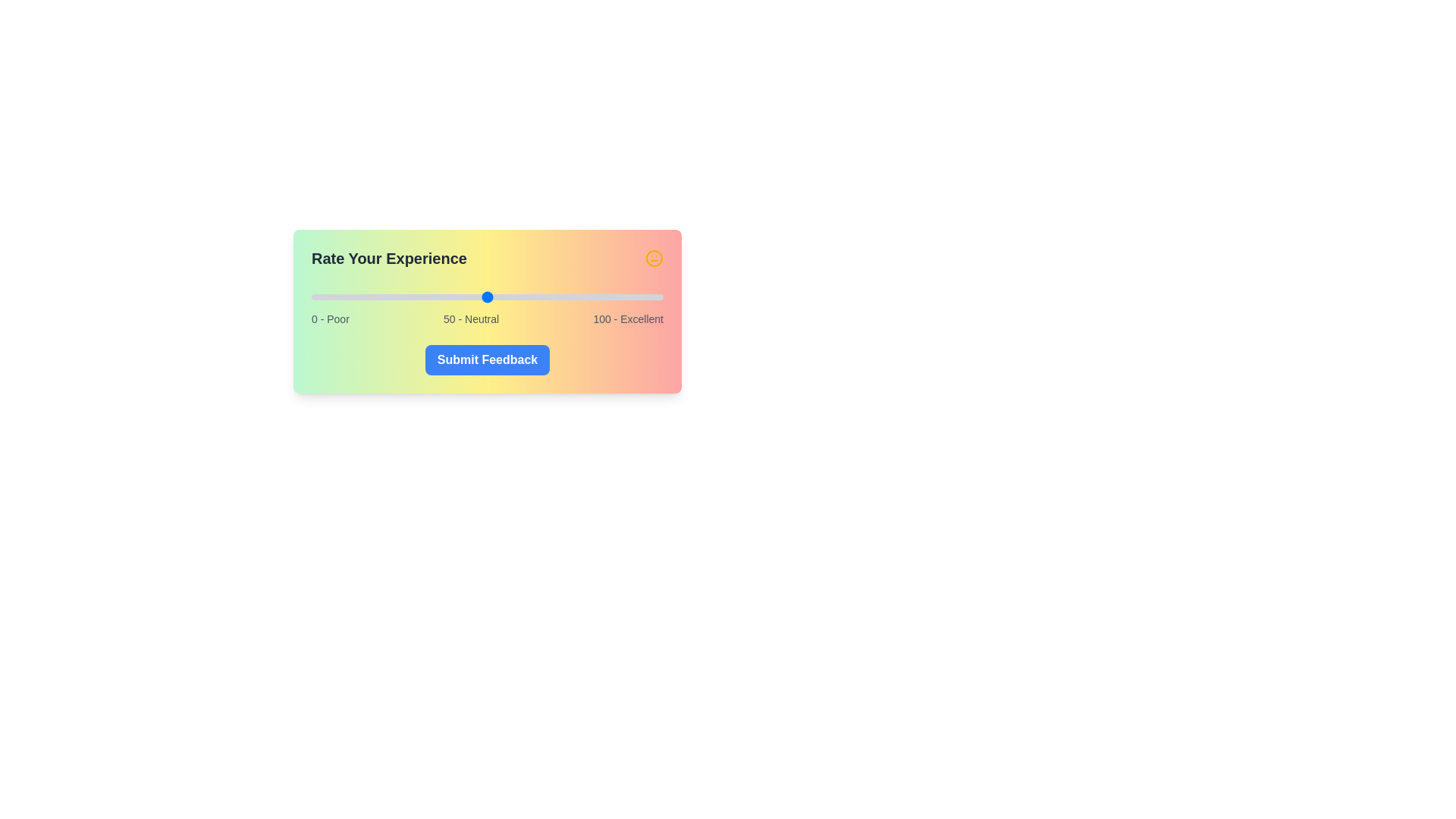 The width and height of the screenshot is (1456, 819). Describe the element at coordinates (599, 297) in the screenshot. I see `the satisfaction slider to 82 value` at that location.